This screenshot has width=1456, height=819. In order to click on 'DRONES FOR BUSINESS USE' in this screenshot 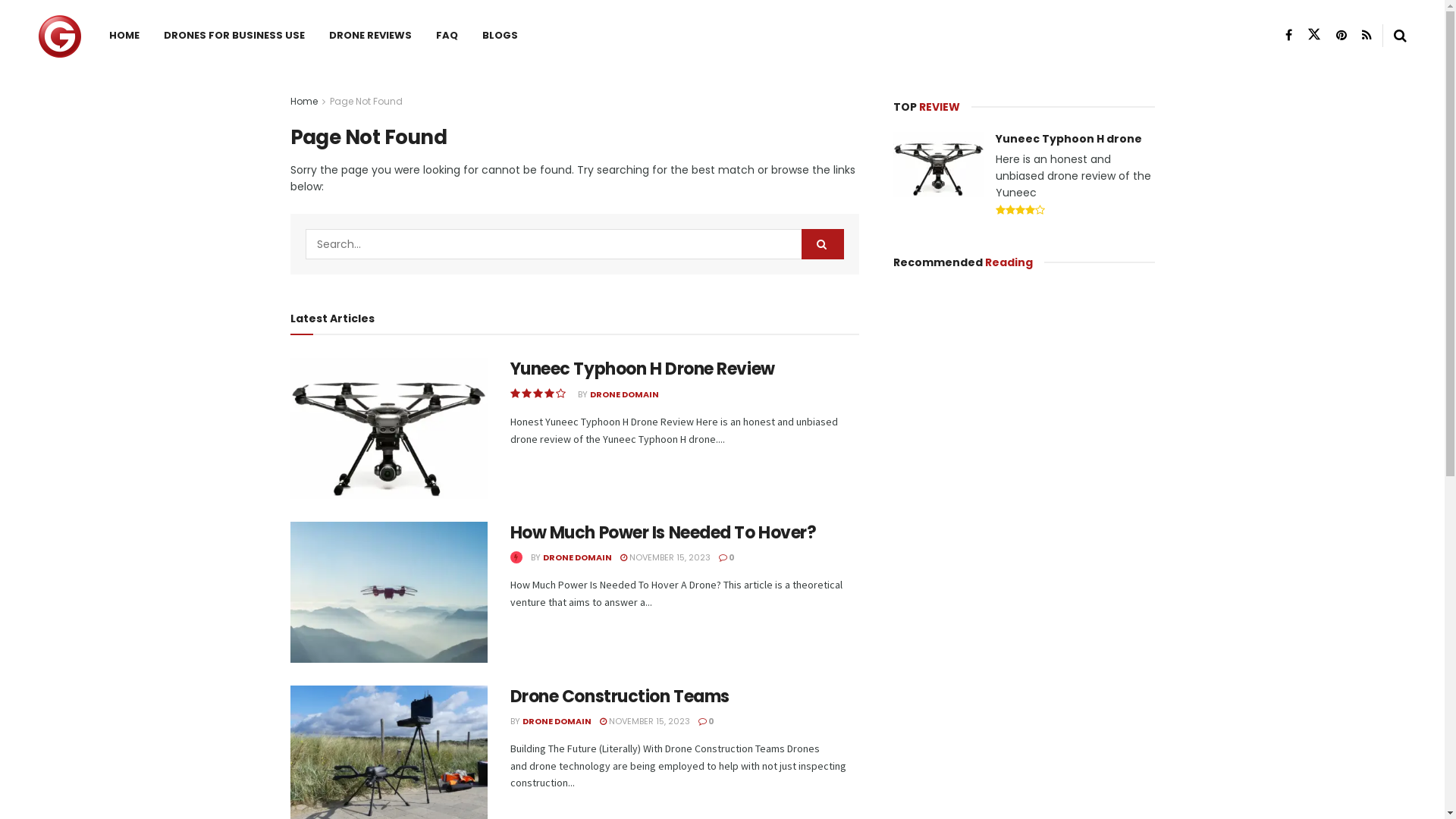, I will do `click(233, 34)`.